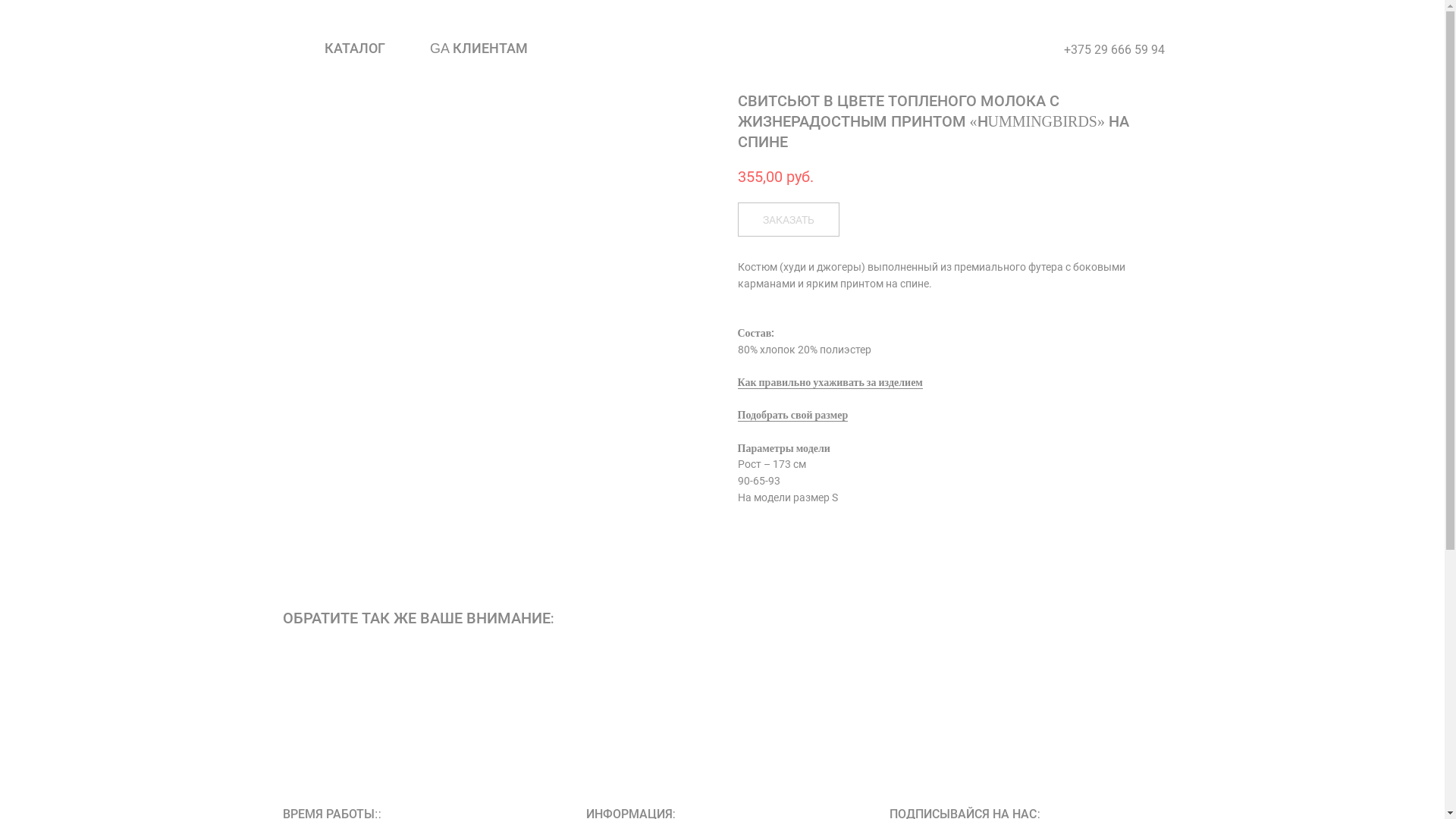 This screenshot has height=819, width=1456. What do you see at coordinates (1062, 49) in the screenshot?
I see `'+375 29 666 59 94'` at bounding box center [1062, 49].